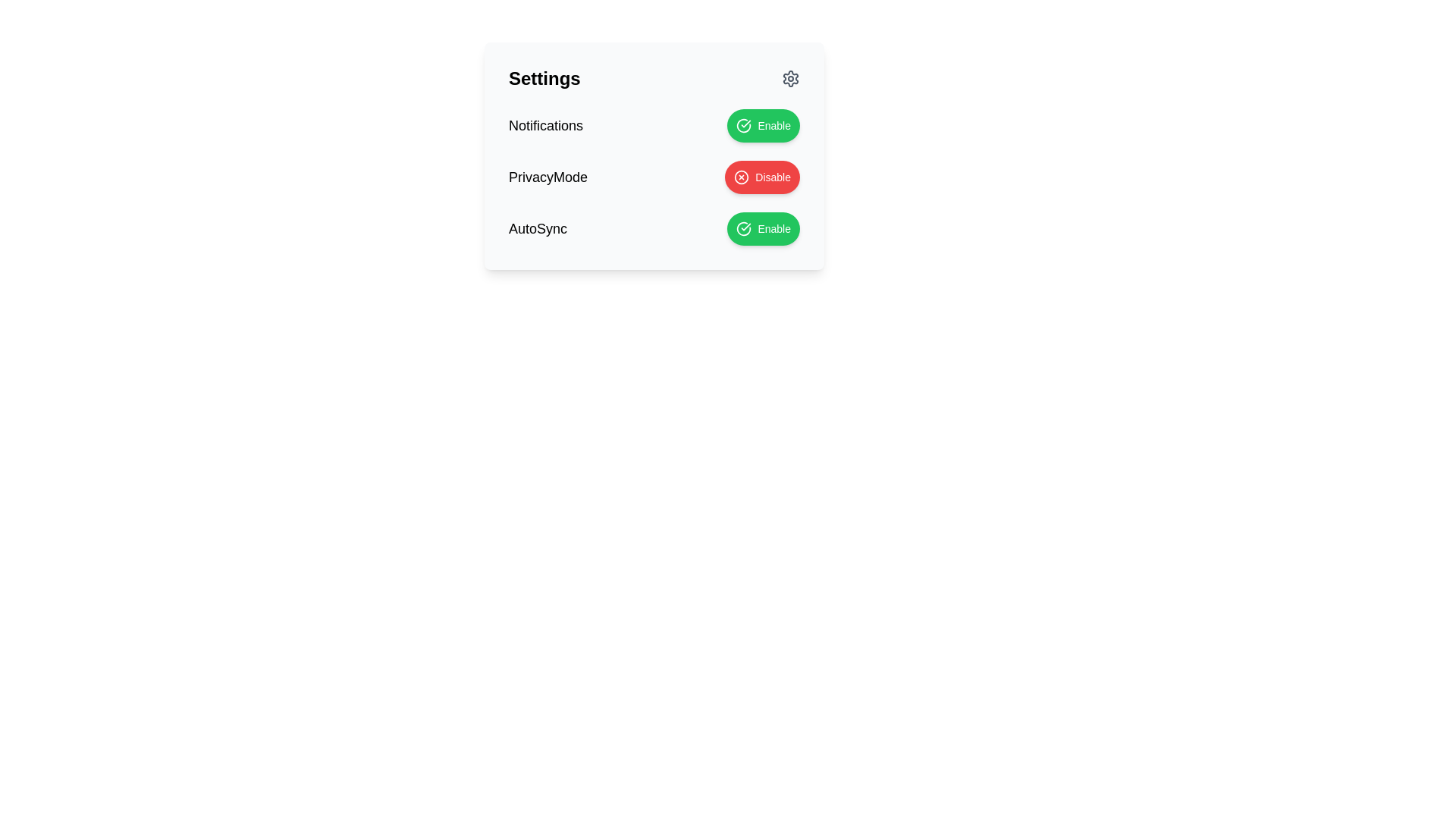  Describe the element at coordinates (764, 124) in the screenshot. I see `the 'Enable' button, which is a rounded rectangular button with a green background and white text, located in the 'Settings' interface next to the 'Notifications' label` at that location.